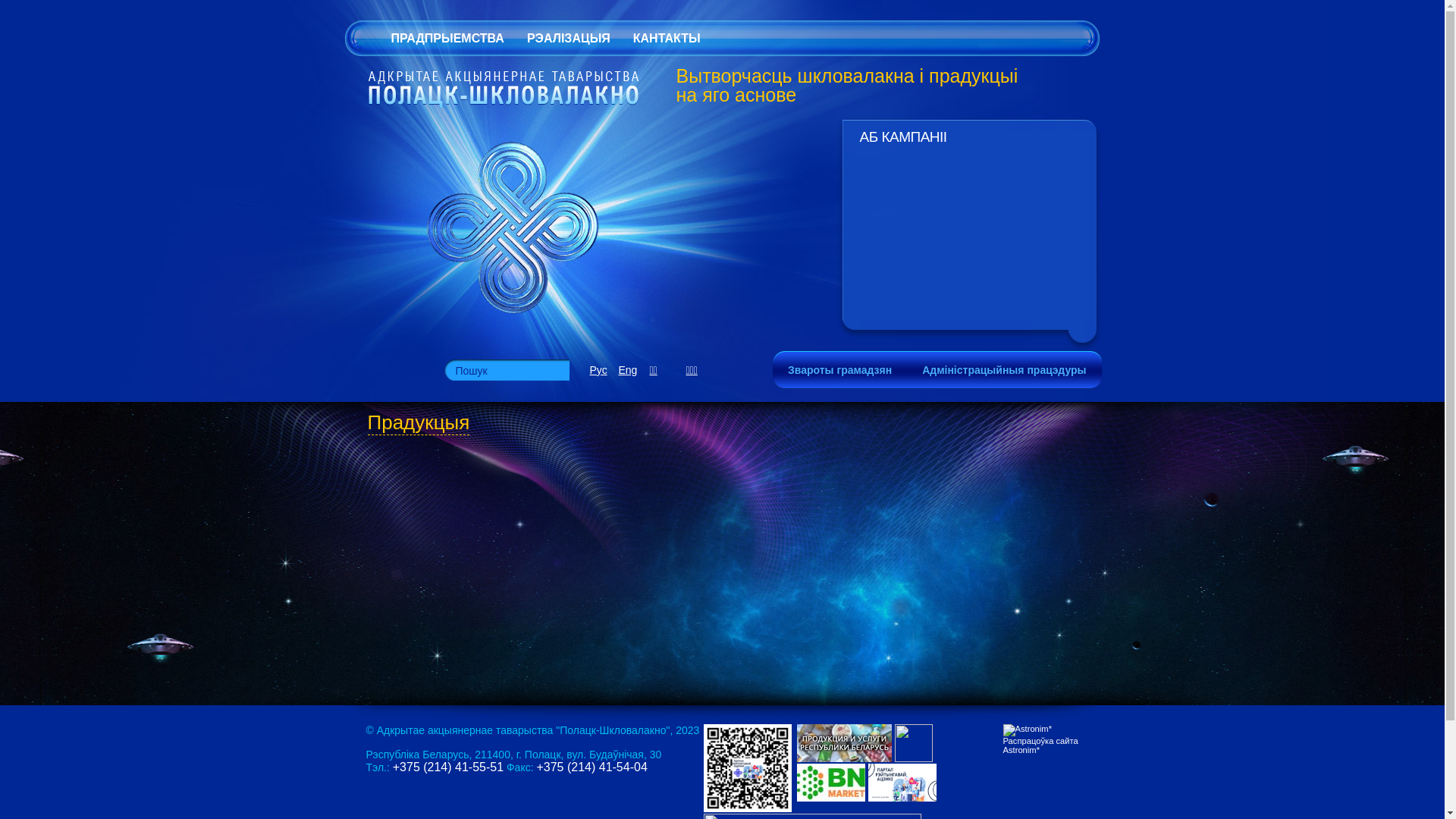  I want to click on 'Astronim*', so click(1002, 730).